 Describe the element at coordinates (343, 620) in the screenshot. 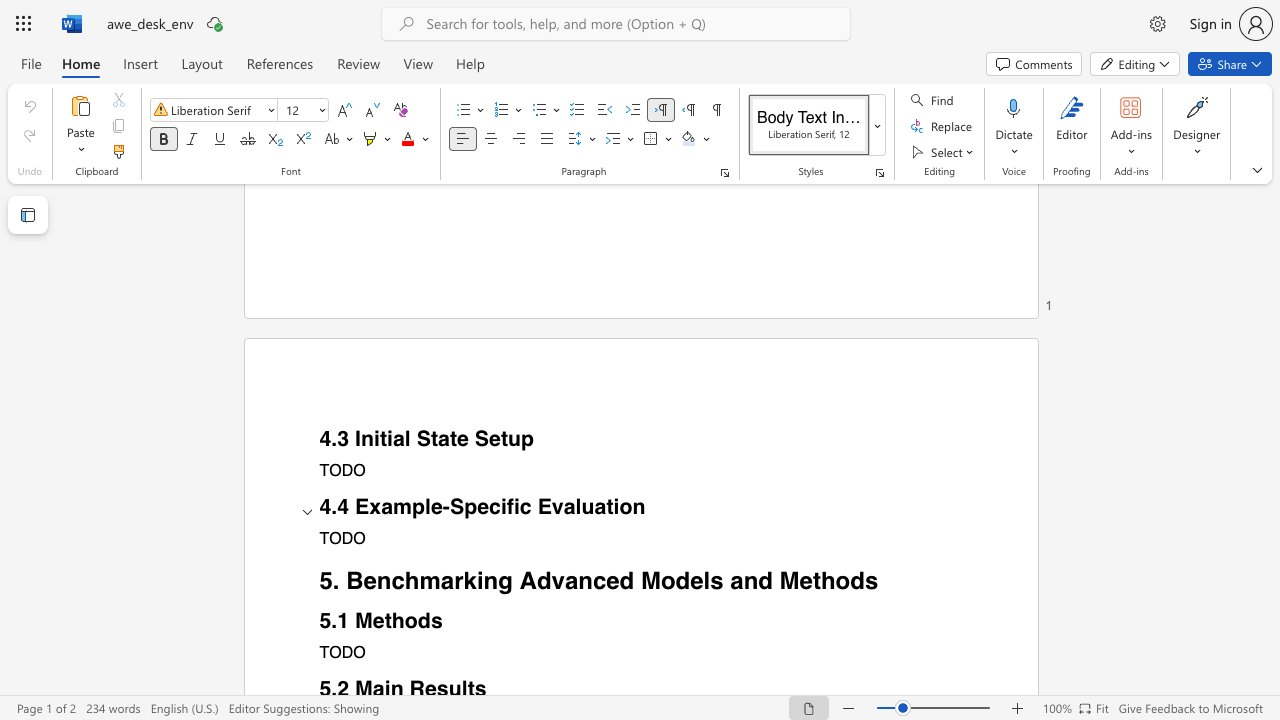

I see `the 1th character "1" in the text` at that location.